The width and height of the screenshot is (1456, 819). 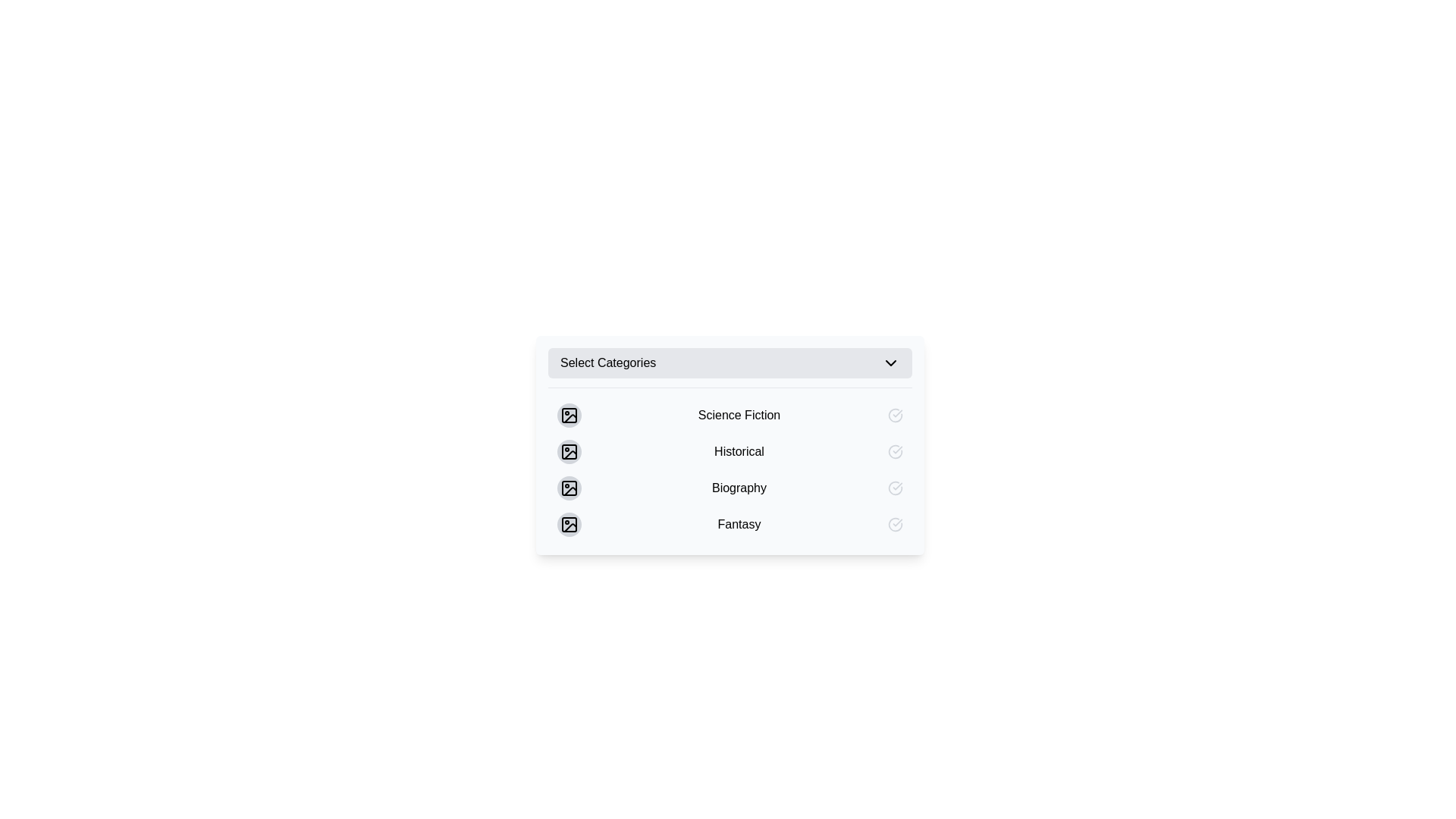 I want to click on the second visual component of the SVG icon representing the 'Biography' option, which is the third item in the vertical list, so click(x=568, y=488).